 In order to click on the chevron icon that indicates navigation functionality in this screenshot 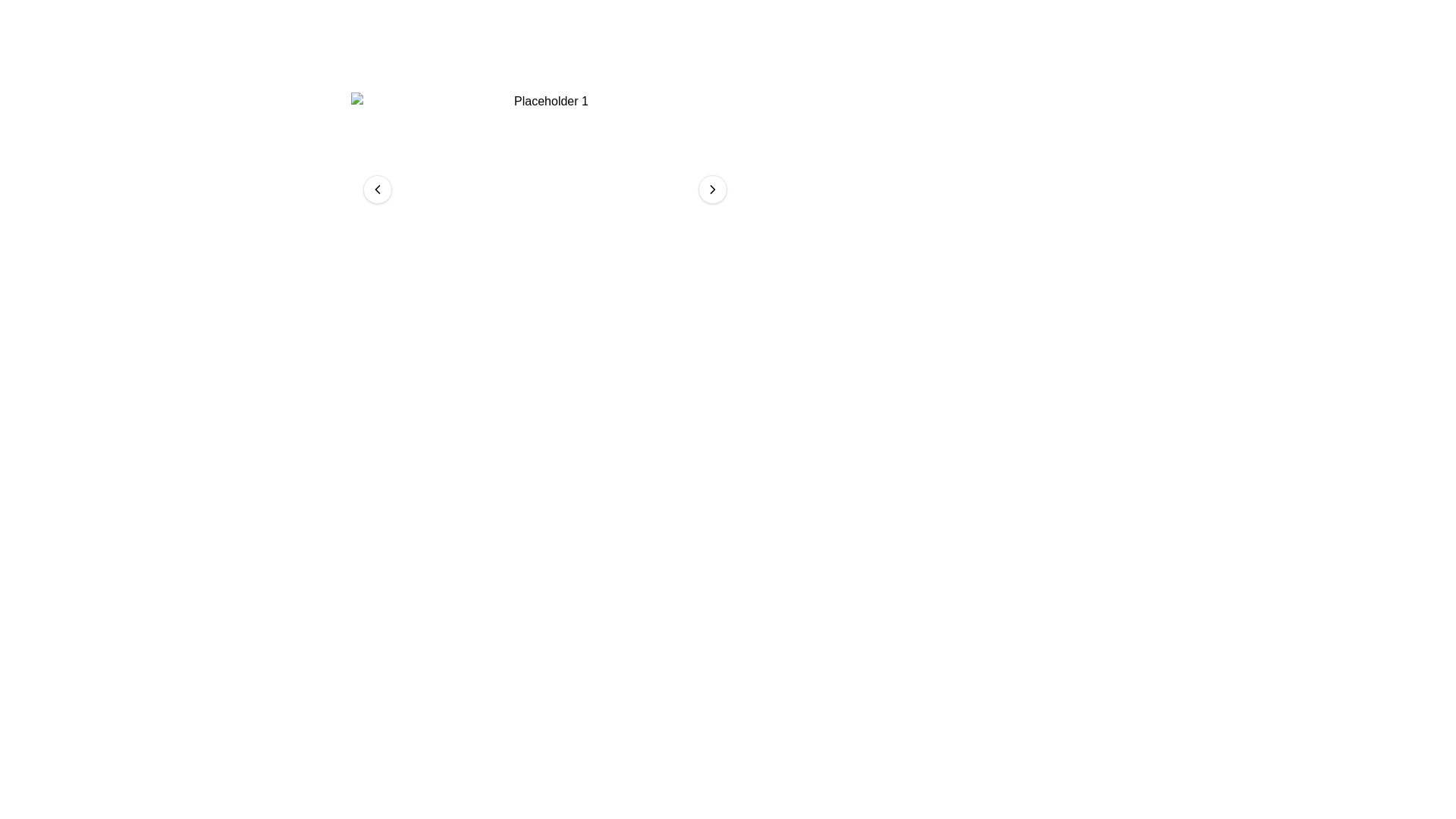, I will do `click(712, 189)`.